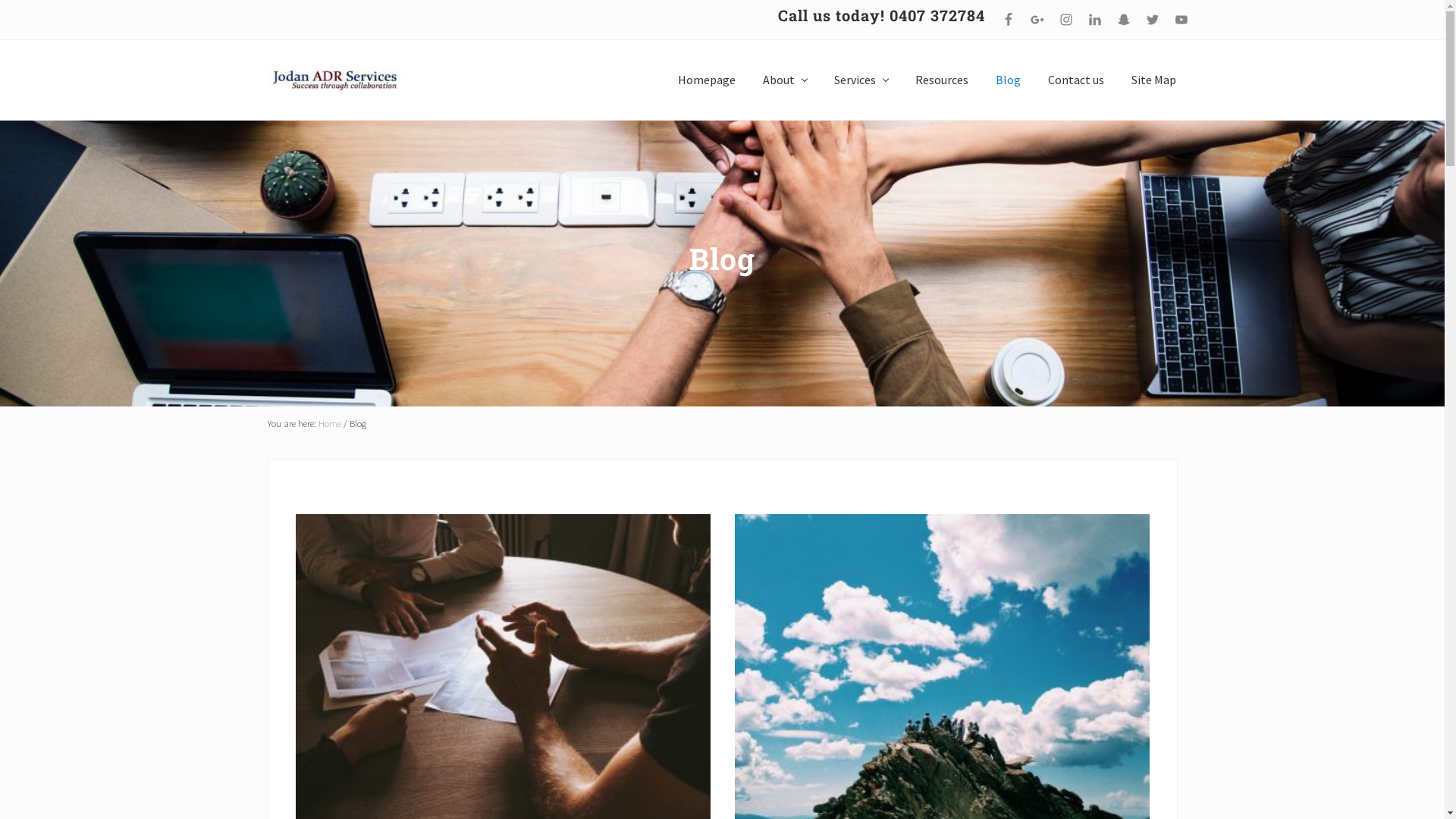 This screenshot has height=819, width=1456. What do you see at coordinates (329, 423) in the screenshot?
I see `'Home'` at bounding box center [329, 423].